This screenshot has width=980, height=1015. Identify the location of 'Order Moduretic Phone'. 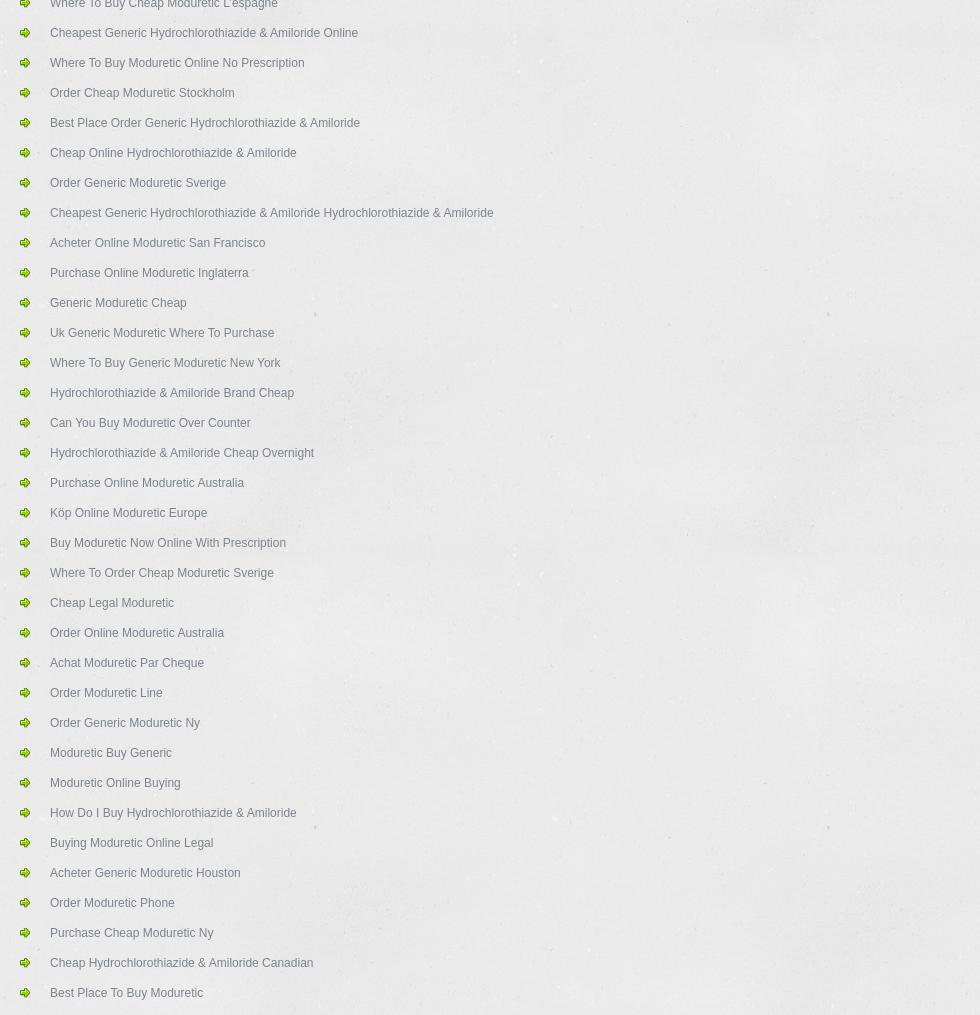
(112, 902).